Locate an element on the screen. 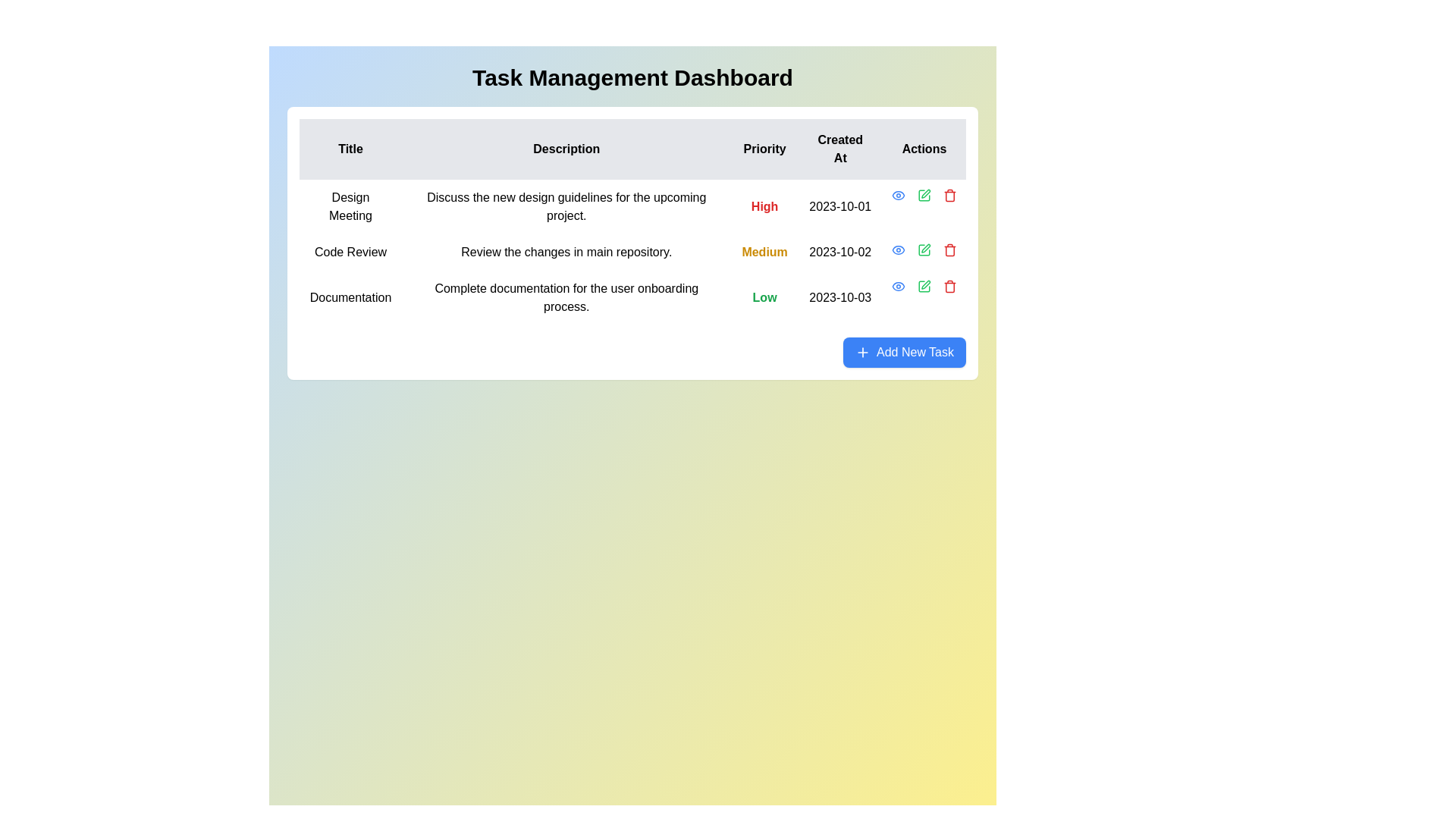 The width and height of the screenshot is (1456, 819). text from the 'Code Review' title label in the task management dashboard, located in the task table under the 'Title' column is located at coordinates (350, 251).